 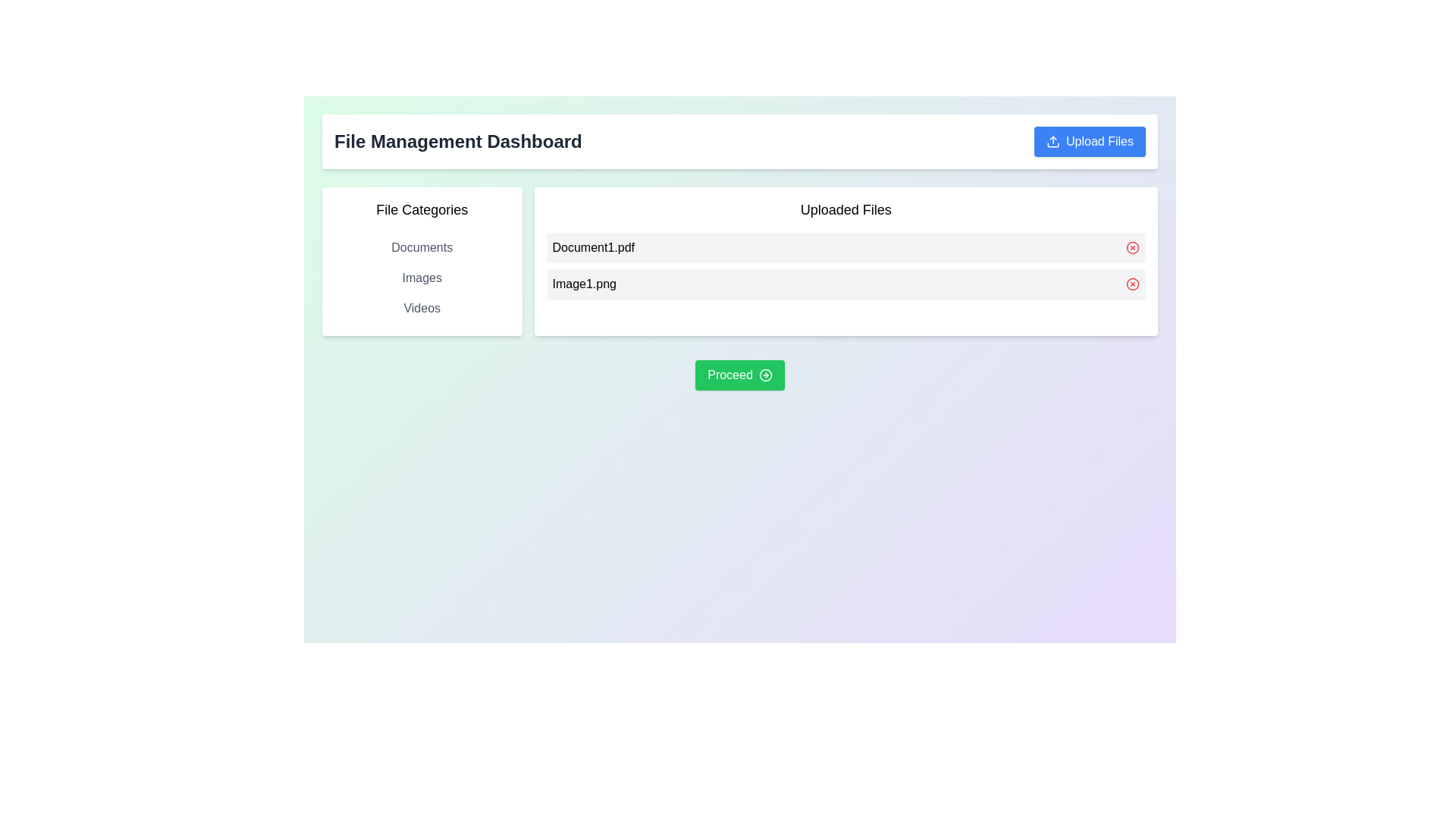 I want to click on the circular icon with a green ring located at the center-right of the green 'Proceed' button, so click(x=765, y=375).